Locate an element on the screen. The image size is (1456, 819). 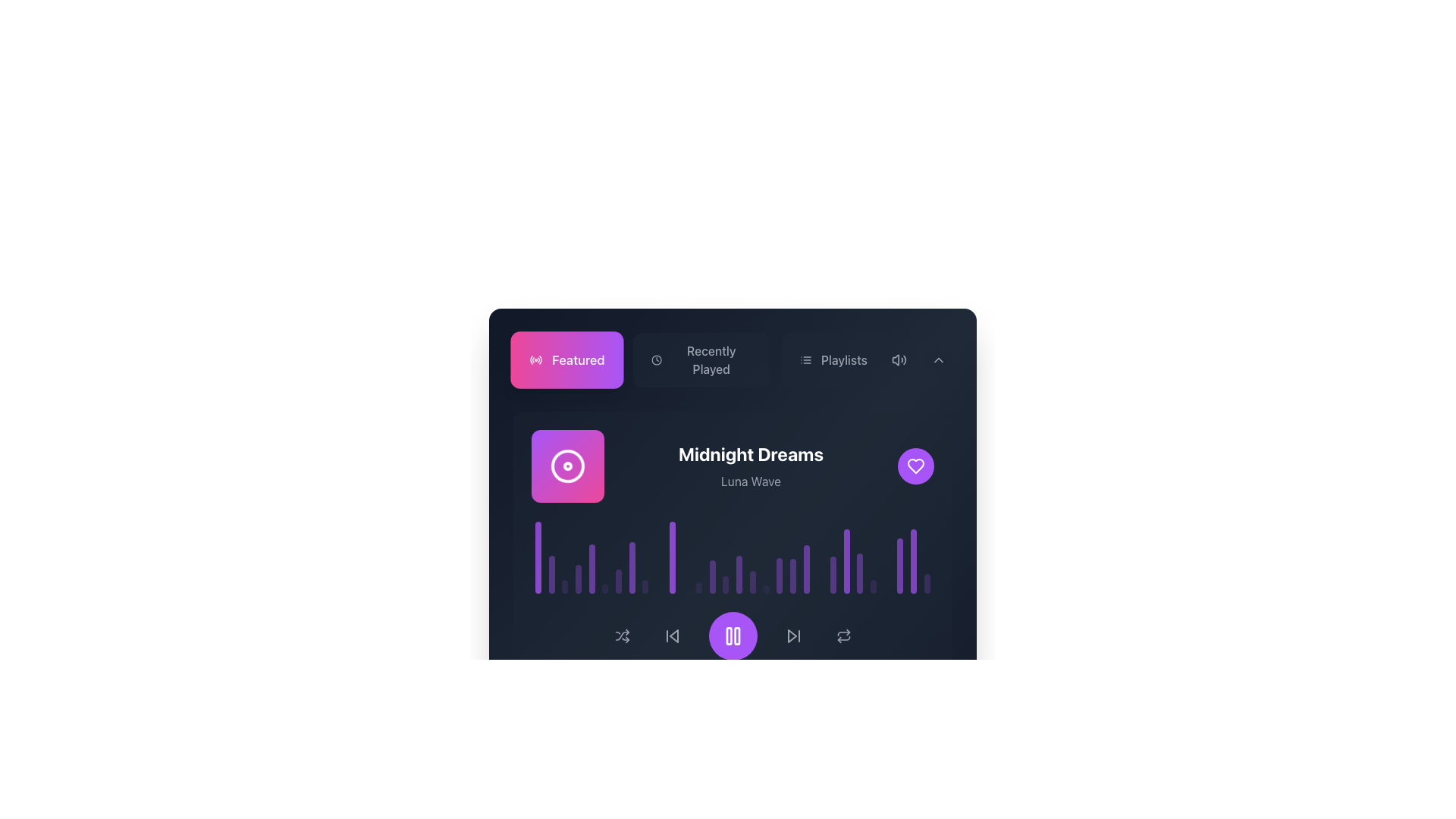
the 'Featured' text label which indicates a button for curated content, located at the top-left corner of the interface is located at coordinates (577, 359).